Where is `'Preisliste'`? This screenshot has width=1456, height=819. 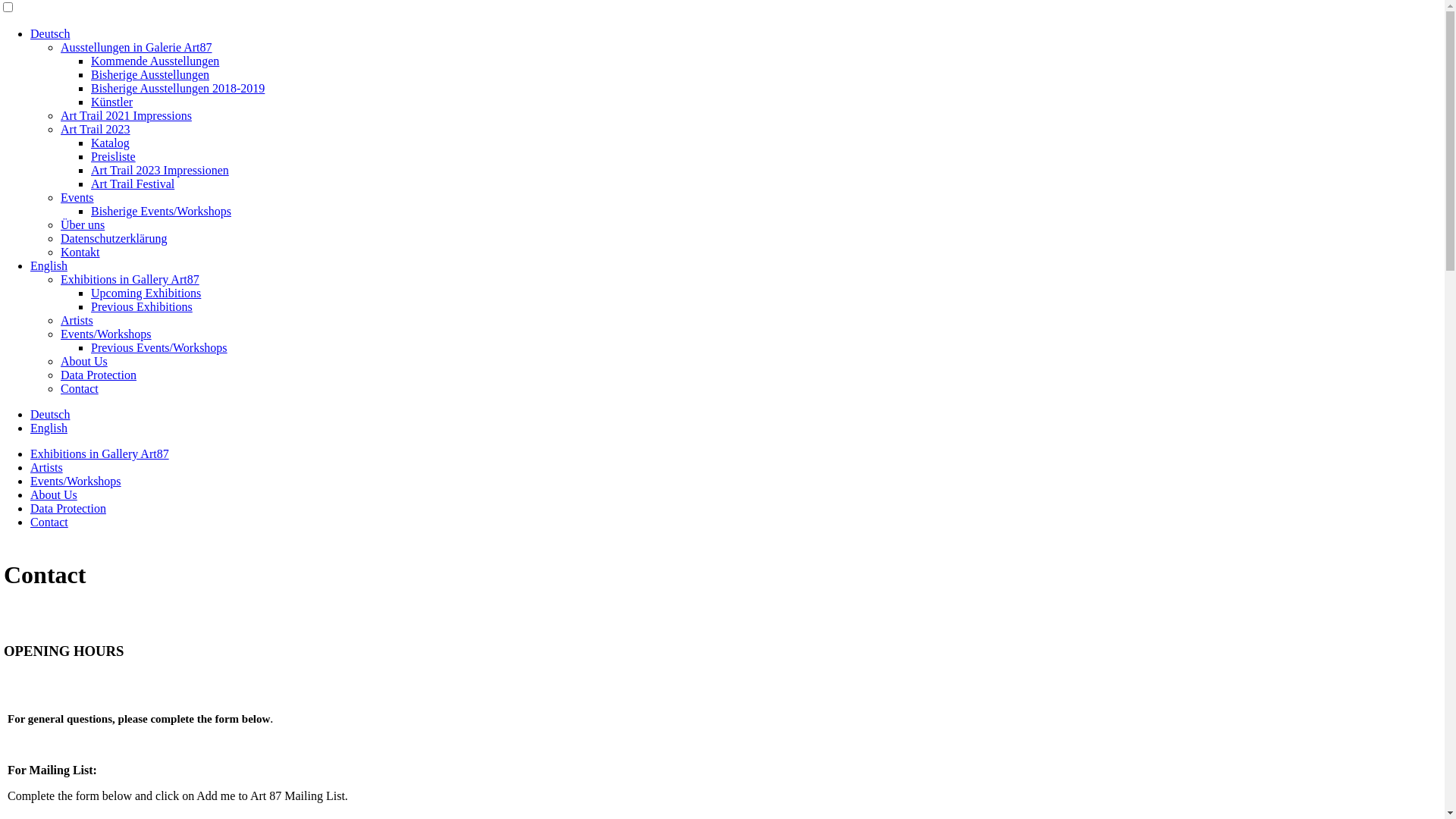 'Preisliste' is located at coordinates (112, 156).